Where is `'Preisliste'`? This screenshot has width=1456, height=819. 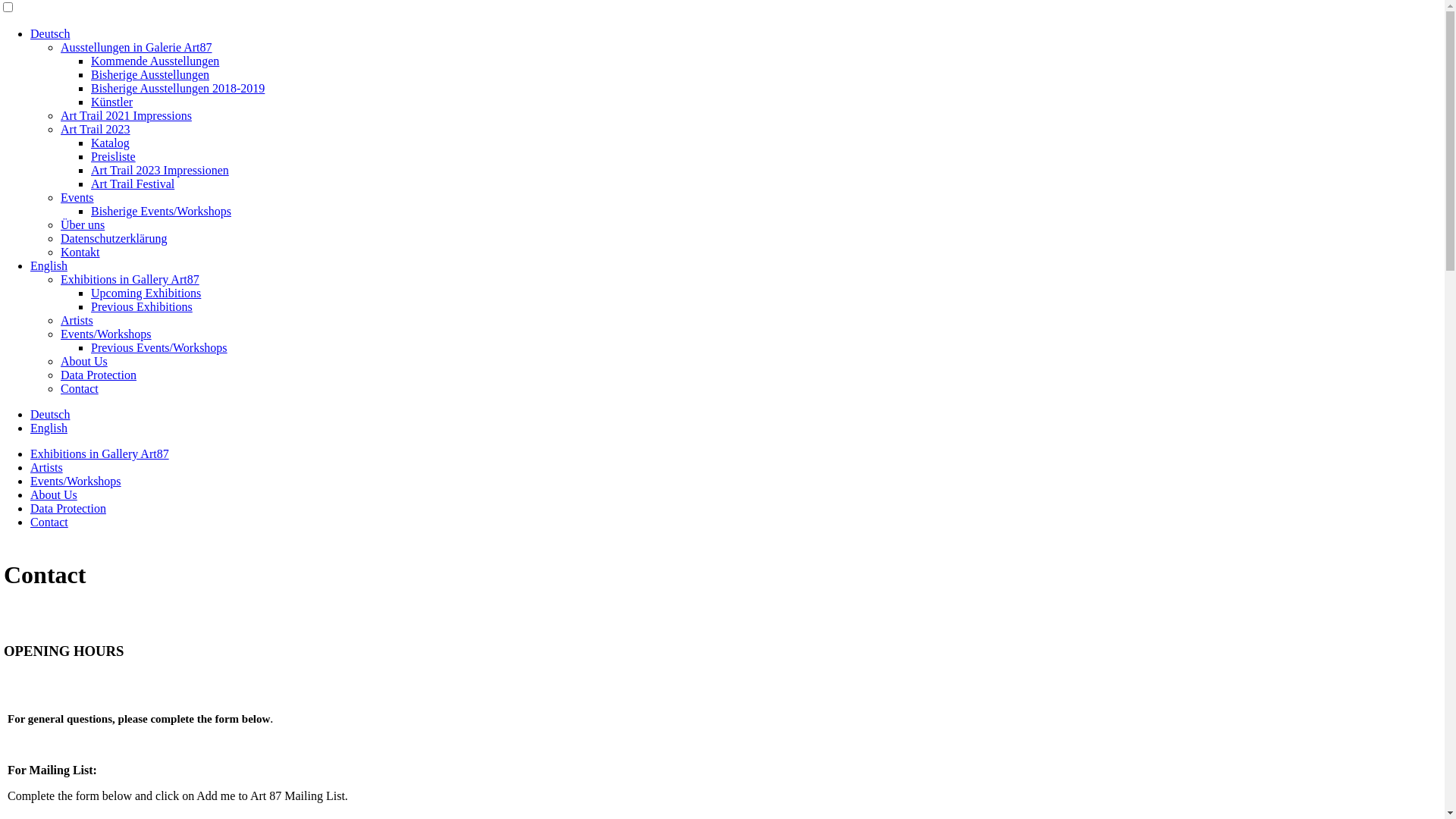 'Preisliste' is located at coordinates (112, 156).